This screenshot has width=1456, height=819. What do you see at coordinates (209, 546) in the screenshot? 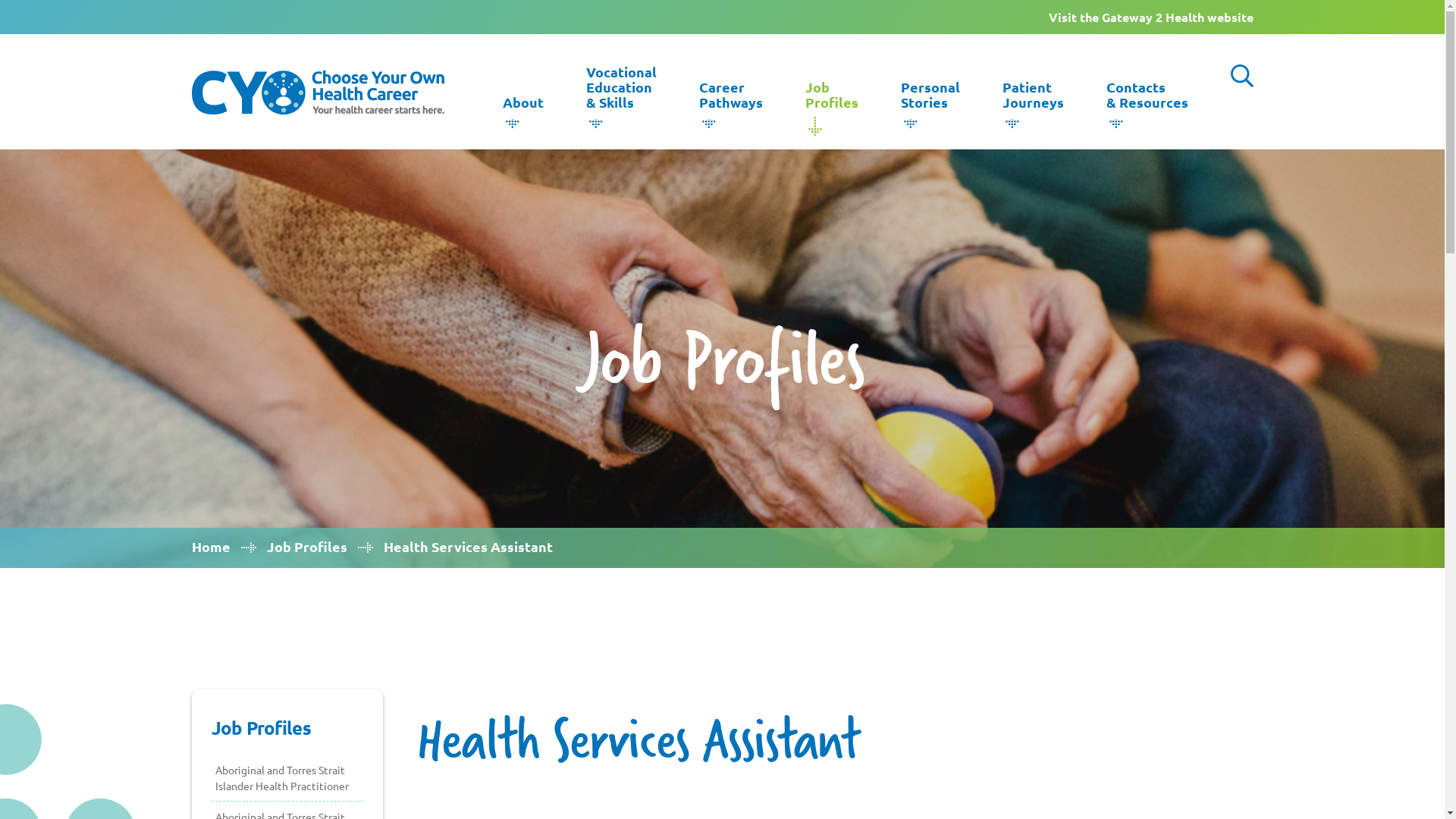
I see `'Home'` at bounding box center [209, 546].